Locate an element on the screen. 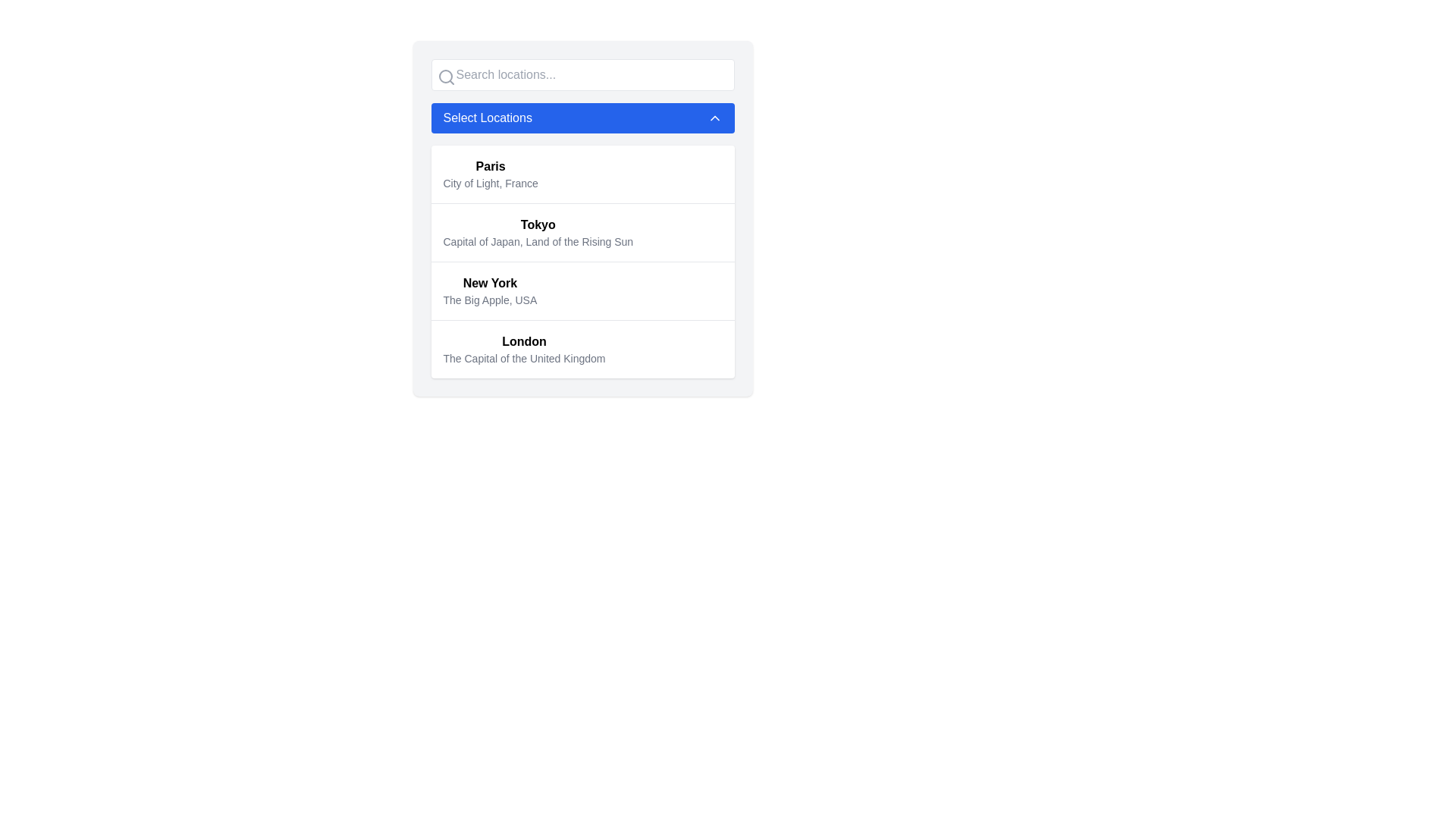 This screenshot has height=819, width=1456. descriptive text label providing additional information about the city 'Tokyo', located below the main text 'Tokyo' within the grouped card layout is located at coordinates (538, 241).